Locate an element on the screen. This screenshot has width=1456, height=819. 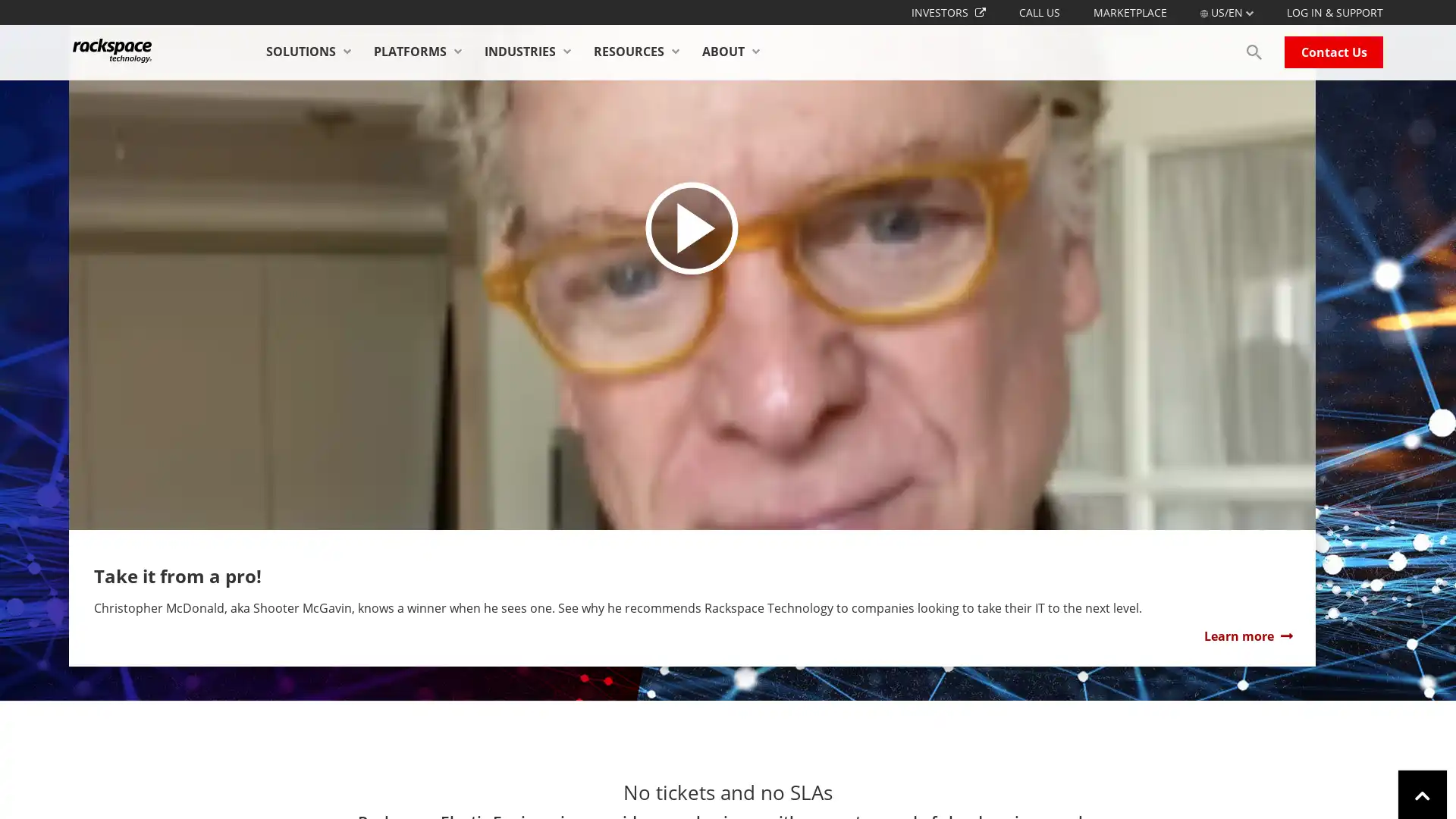
Accept Cookies is located at coordinates (1210, 786).